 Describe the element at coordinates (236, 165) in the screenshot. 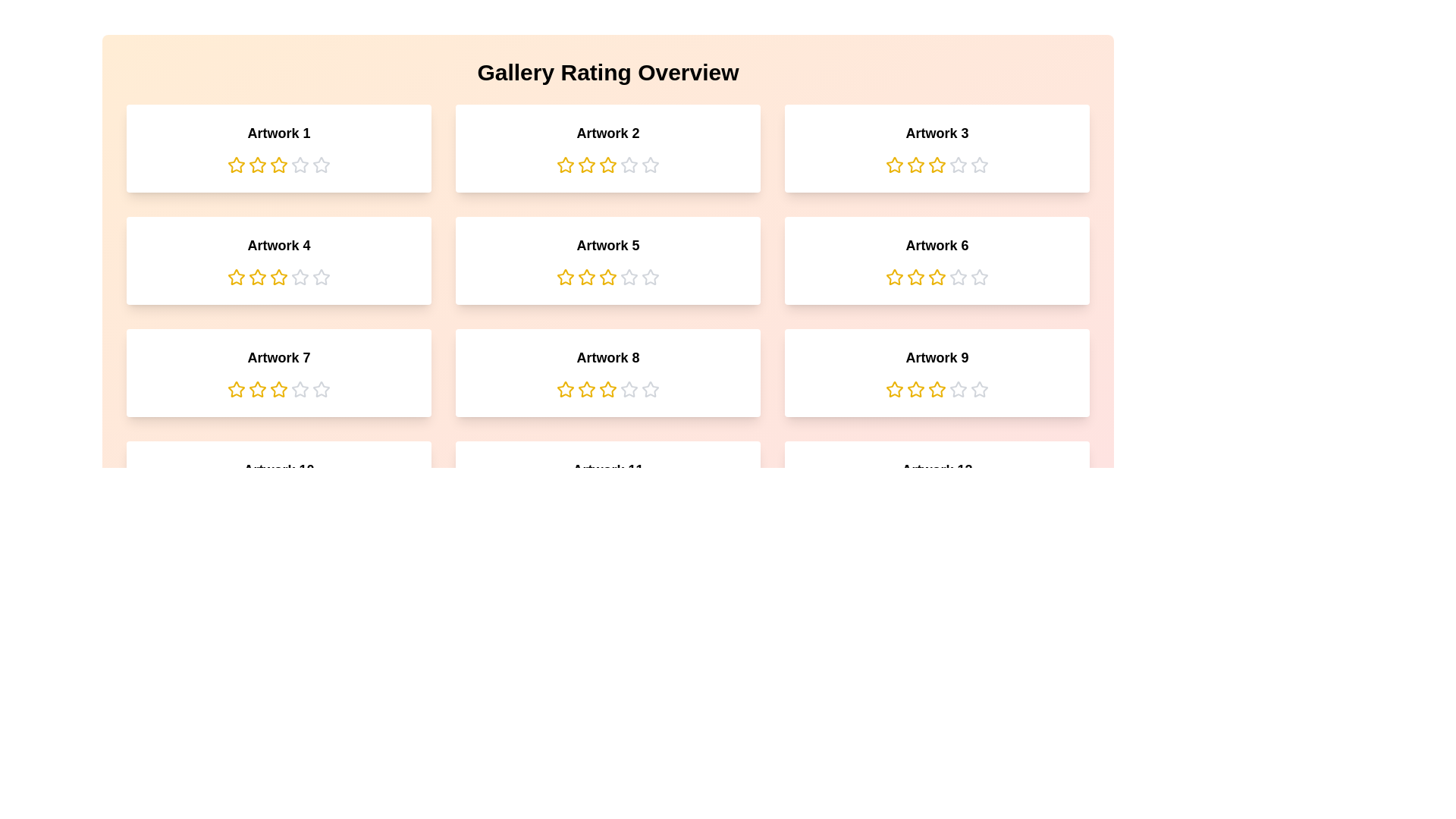

I see `the rating of an artwork to 1 stars by clicking the corresponding star` at that location.